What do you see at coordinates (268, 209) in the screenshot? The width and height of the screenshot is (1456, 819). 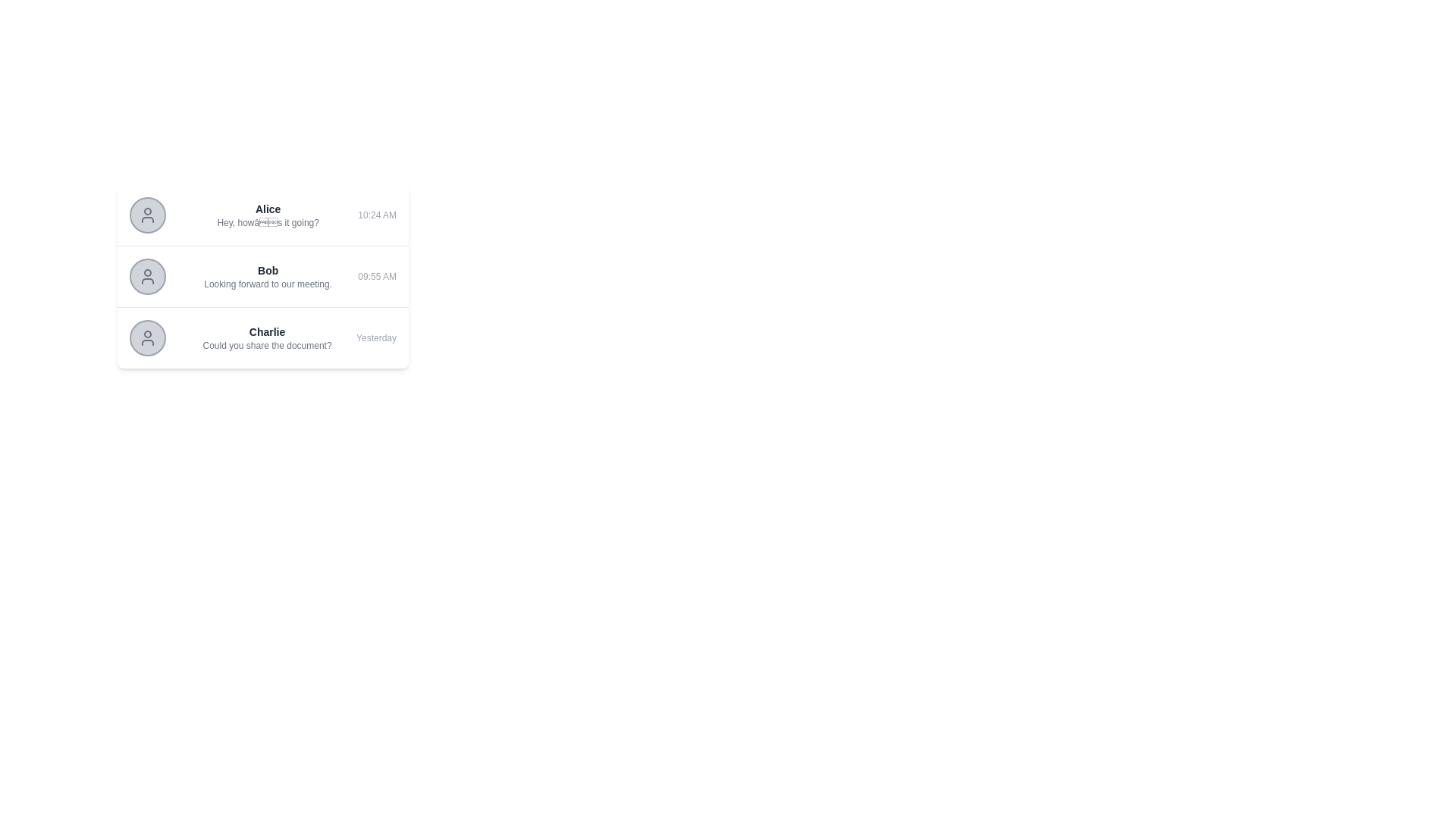 I see `the text label displaying 'Alice' in bold dark gray font located at the top left section of the chat interface` at bounding box center [268, 209].